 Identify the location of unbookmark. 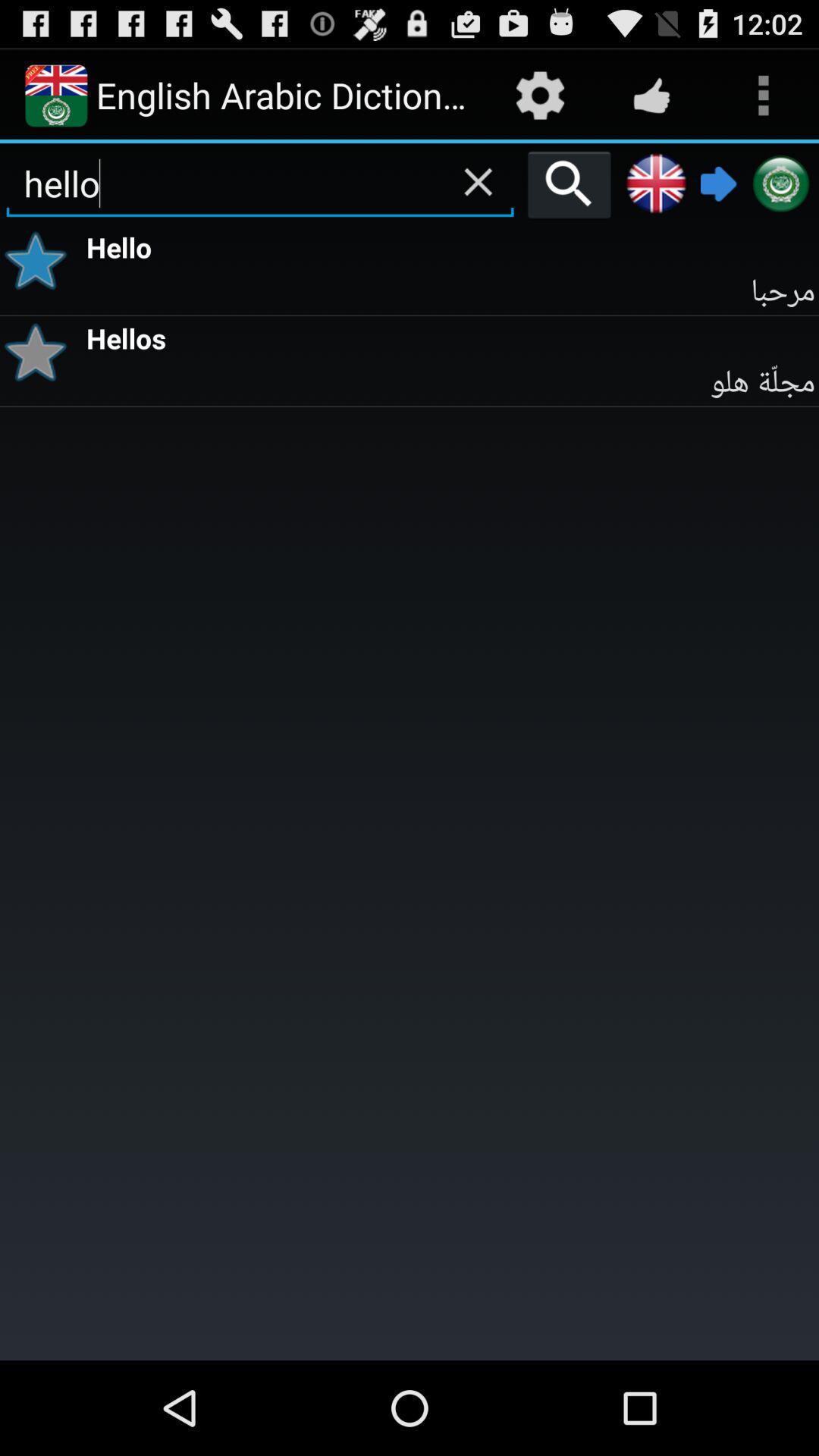
(40, 261).